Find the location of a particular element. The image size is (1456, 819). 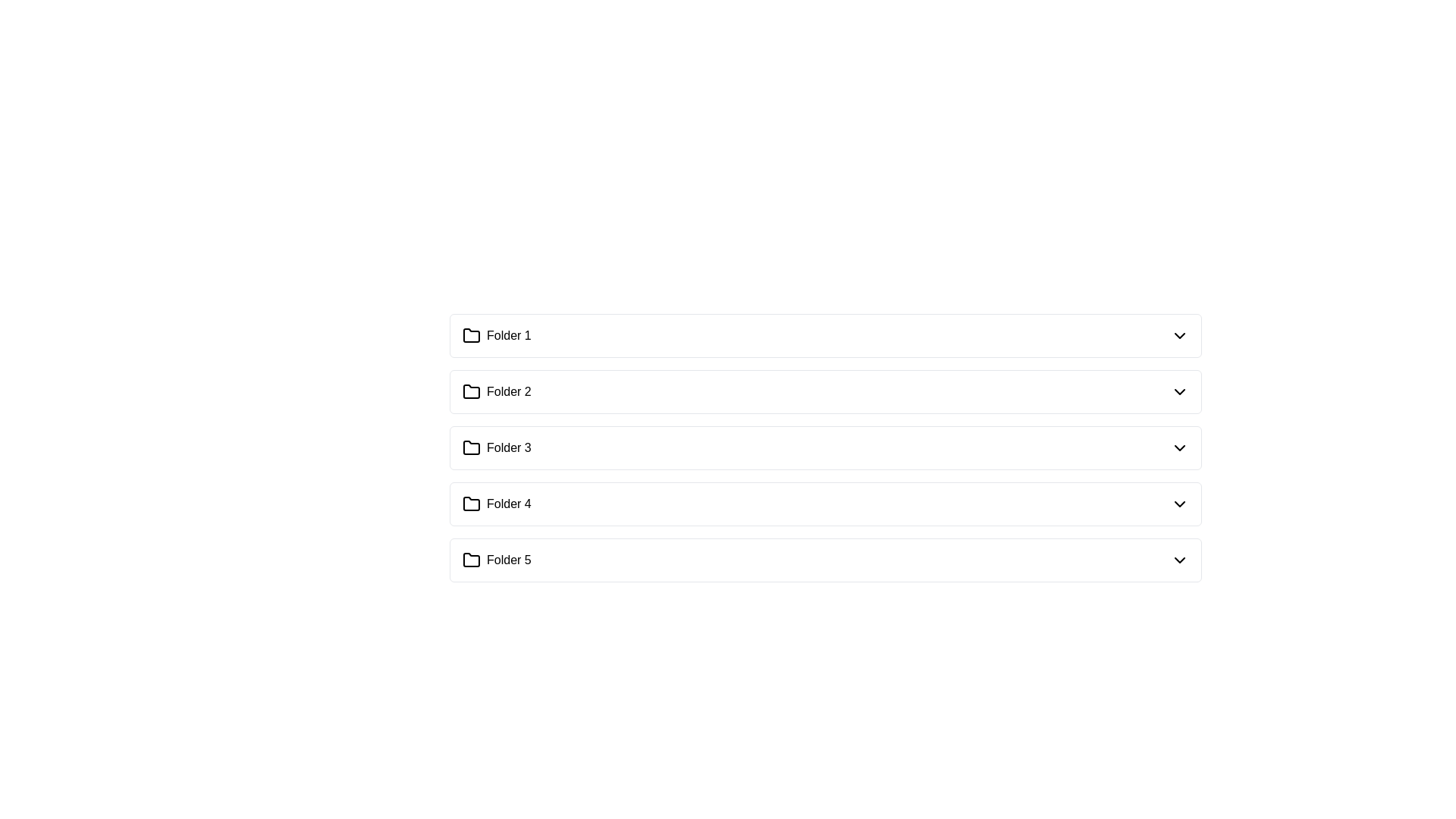

the 'Folder 1' label which is visually represented with a folder icon and is the first item in the vertical list of folder entries is located at coordinates (497, 335).